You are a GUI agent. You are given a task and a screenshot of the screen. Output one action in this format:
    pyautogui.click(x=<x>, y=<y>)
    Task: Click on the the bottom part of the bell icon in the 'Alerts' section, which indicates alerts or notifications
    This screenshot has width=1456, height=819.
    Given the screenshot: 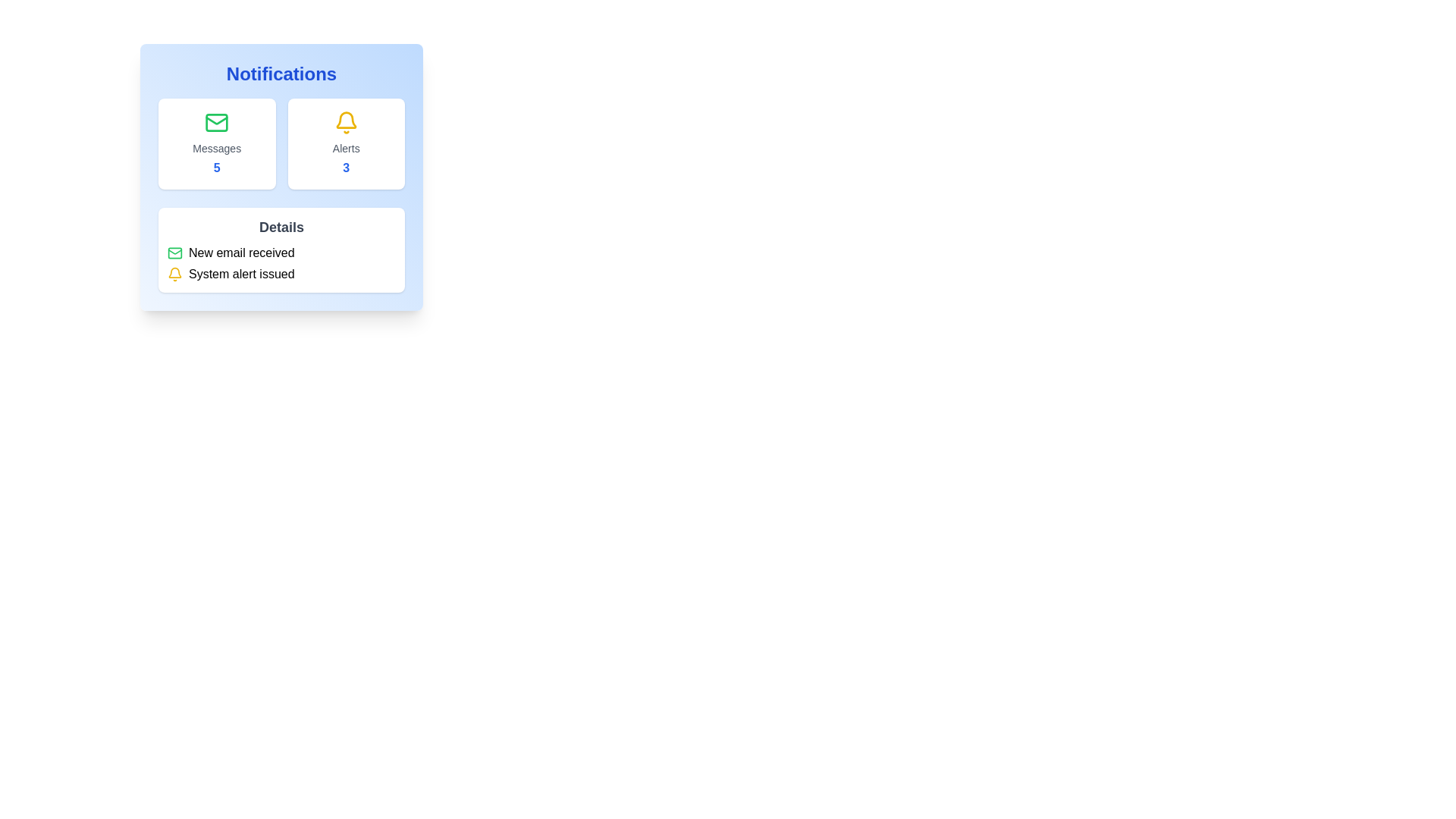 What is the action you would take?
    pyautogui.click(x=345, y=119)
    